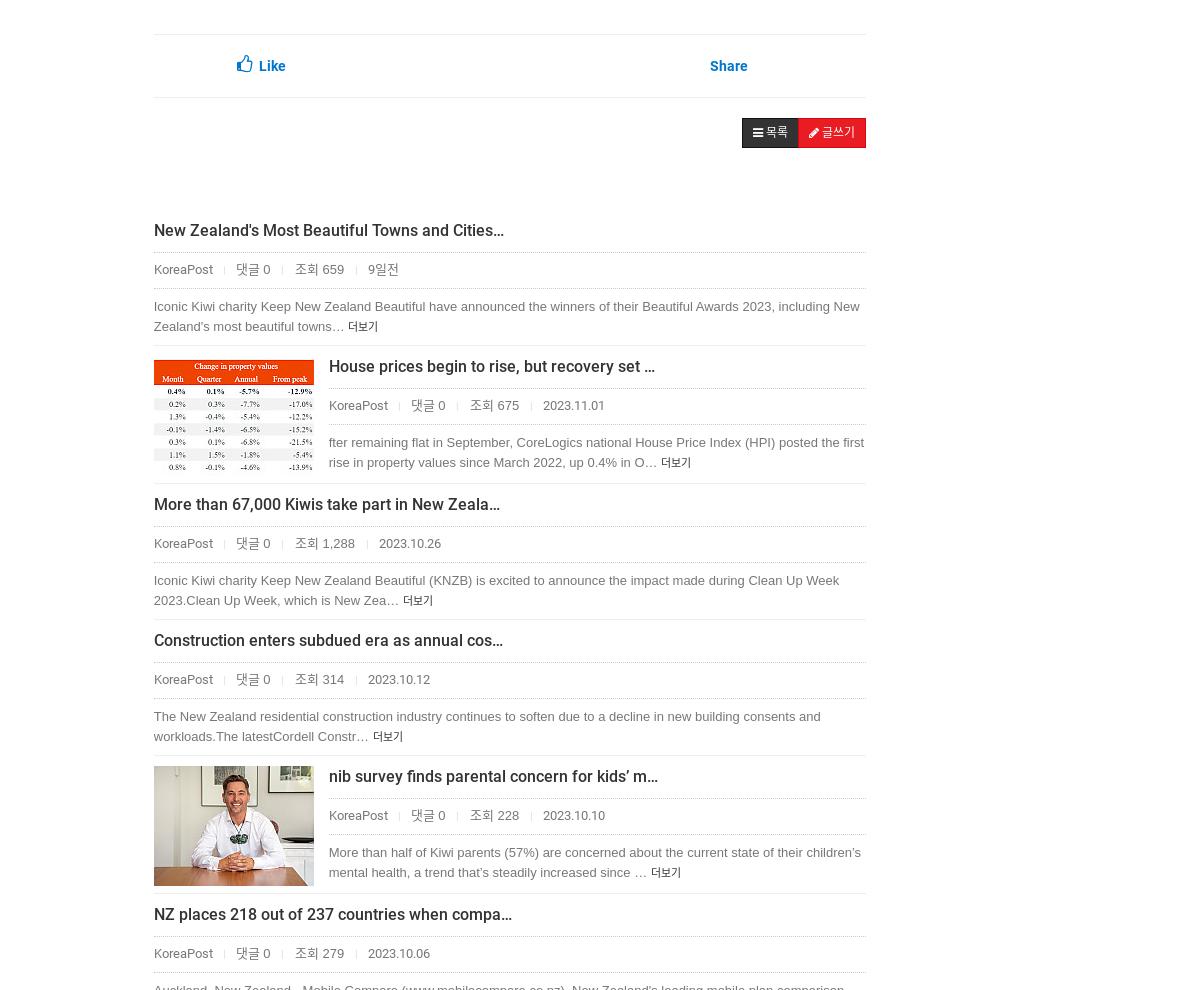  I want to click on 'New Zealand's Most Beautiful Towns and Cities…', so click(327, 229).